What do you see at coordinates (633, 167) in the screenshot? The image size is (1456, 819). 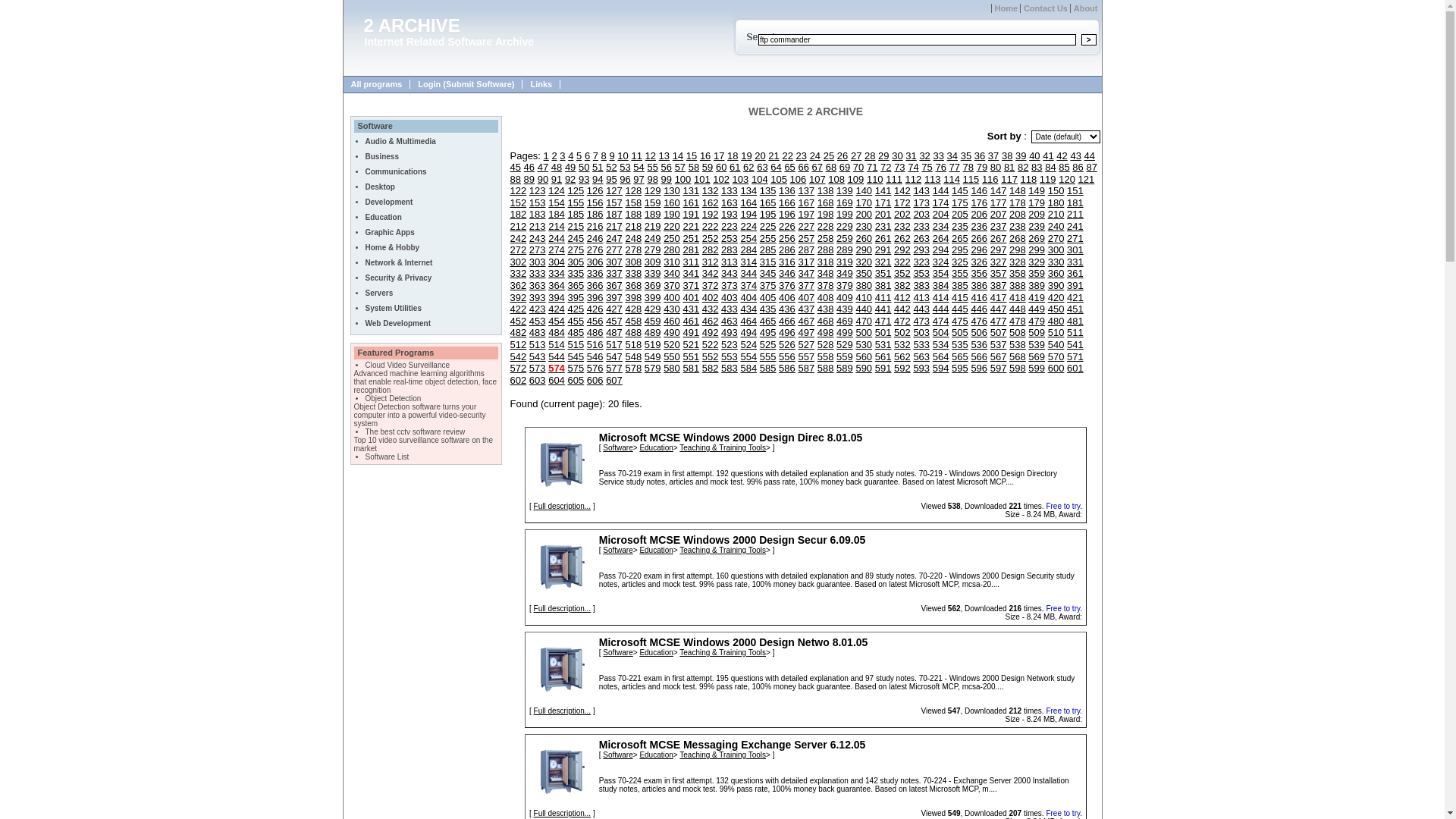 I see `'54'` at bounding box center [633, 167].